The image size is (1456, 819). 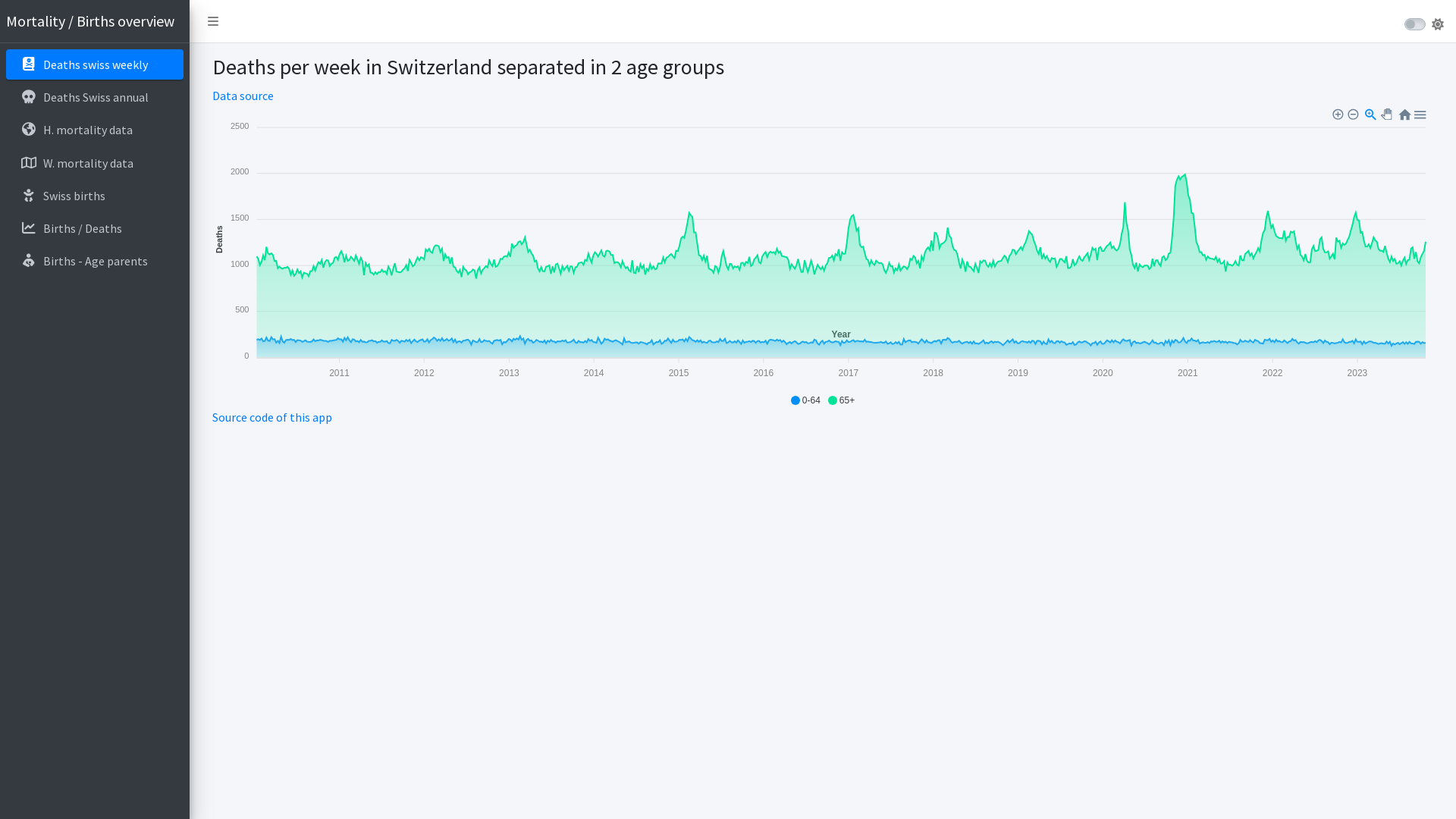 What do you see at coordinates (93, 195) in the screenshot?
I see `'Swiss births'` at bounding box center [93, 195].